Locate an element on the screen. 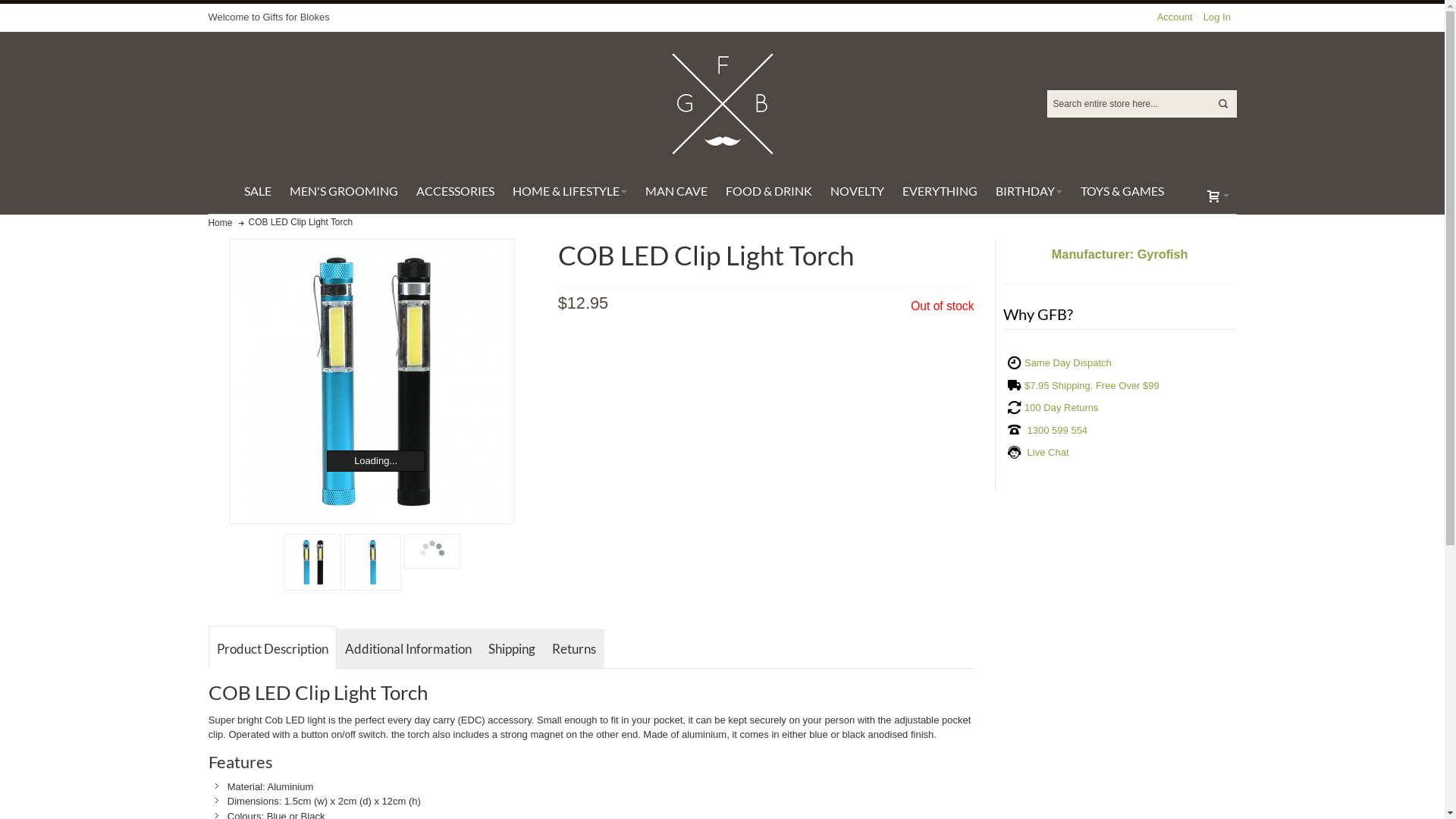  'ACCESSORIES' is located at coordinates (453, 190).